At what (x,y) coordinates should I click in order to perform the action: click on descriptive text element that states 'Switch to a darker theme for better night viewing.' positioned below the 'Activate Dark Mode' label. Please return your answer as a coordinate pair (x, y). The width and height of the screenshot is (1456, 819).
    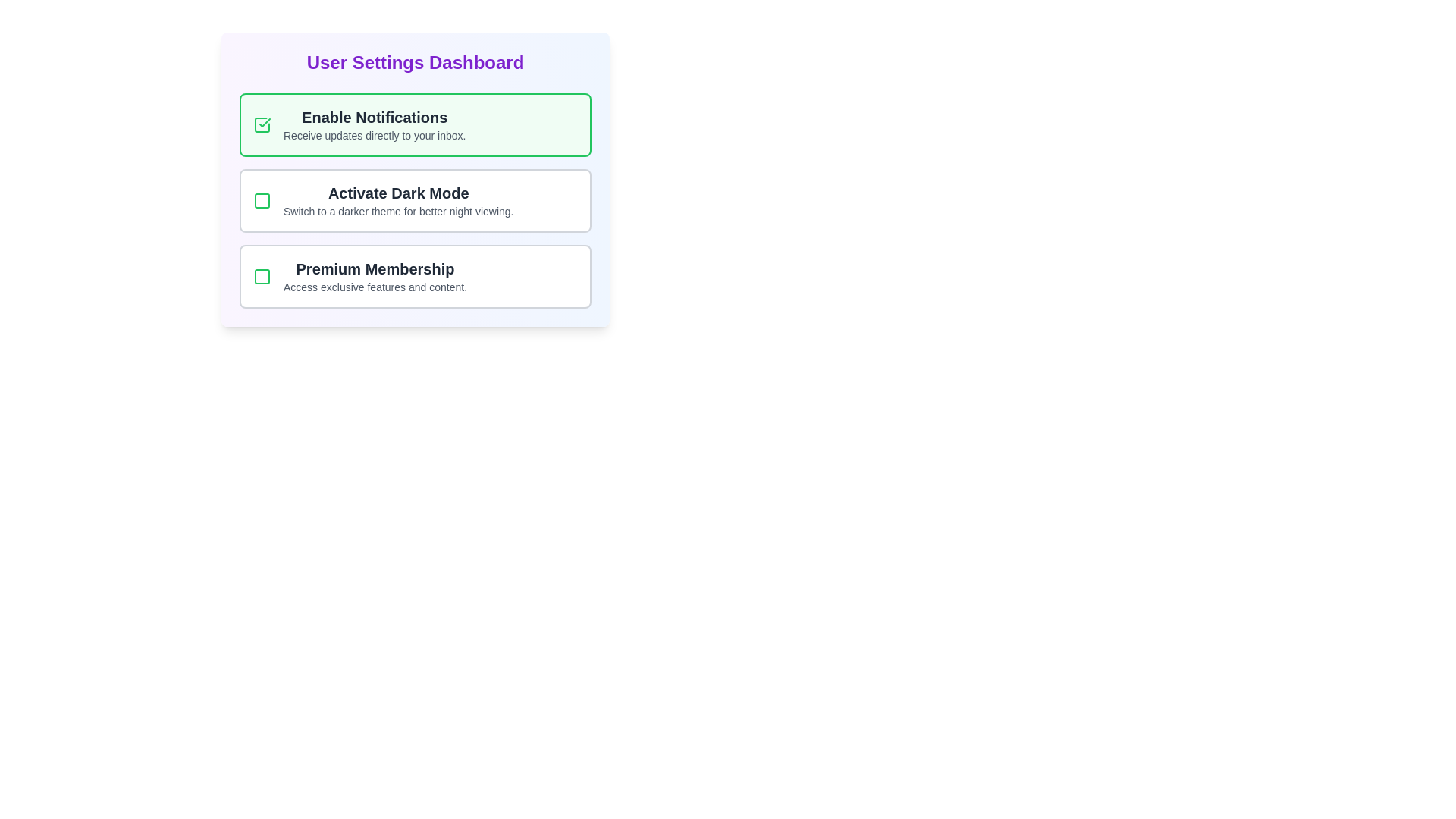
    Looking at the image, I should click on (398, 211).